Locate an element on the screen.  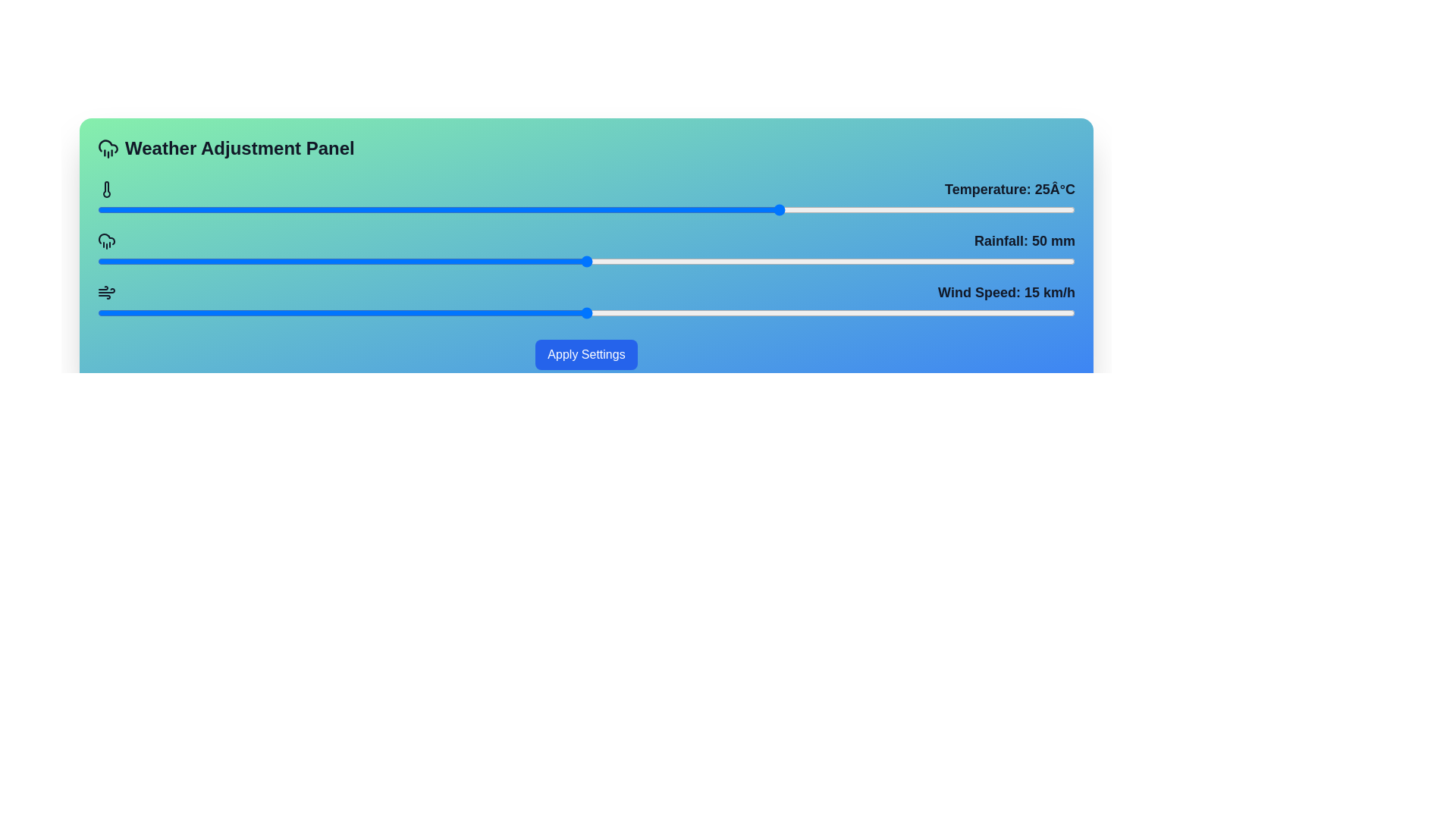
the wind speed is located at coordinates (325, 312).